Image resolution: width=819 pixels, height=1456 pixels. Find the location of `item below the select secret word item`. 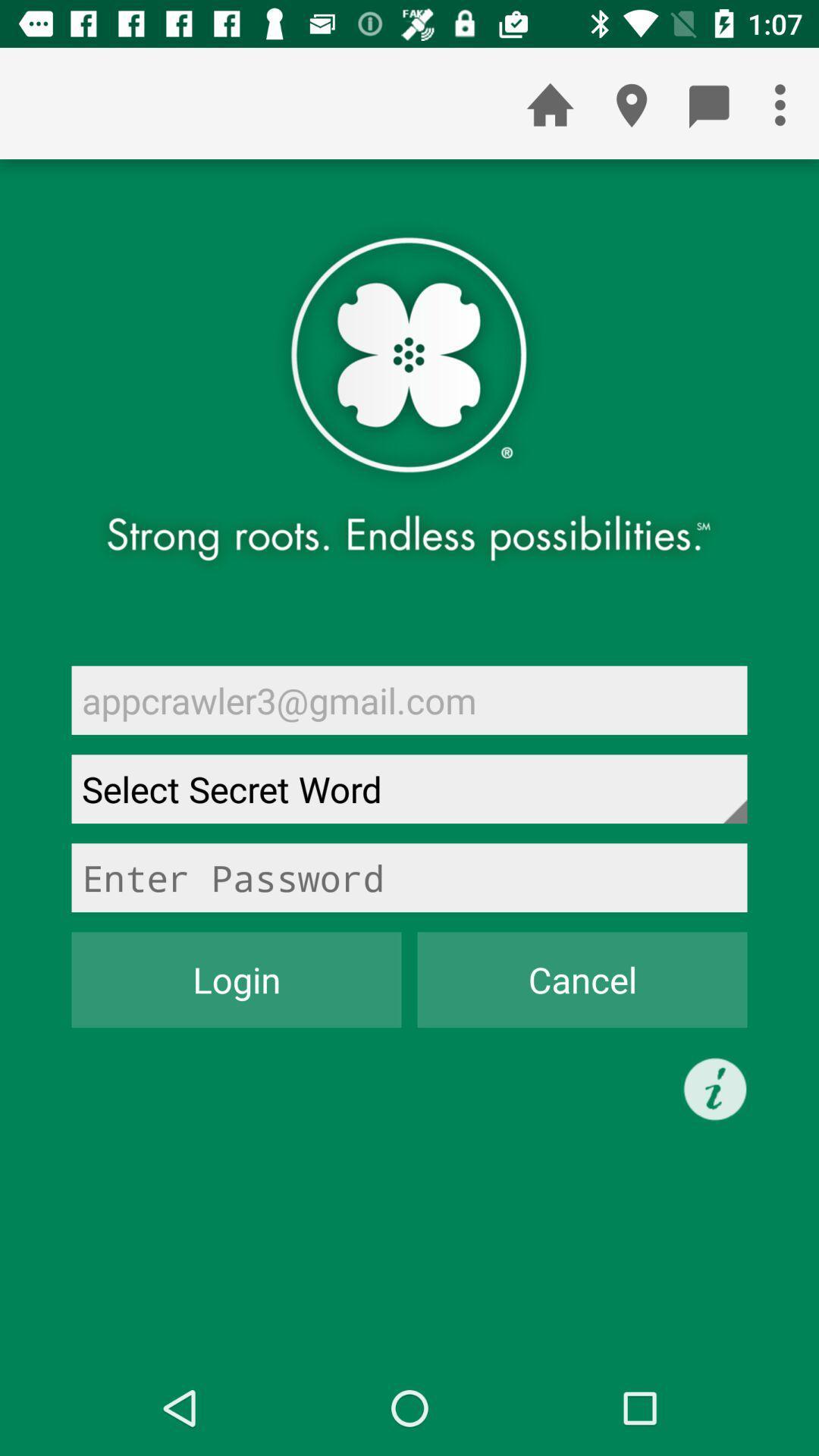

item below the select secret word item is located at coordinates (409, 877).